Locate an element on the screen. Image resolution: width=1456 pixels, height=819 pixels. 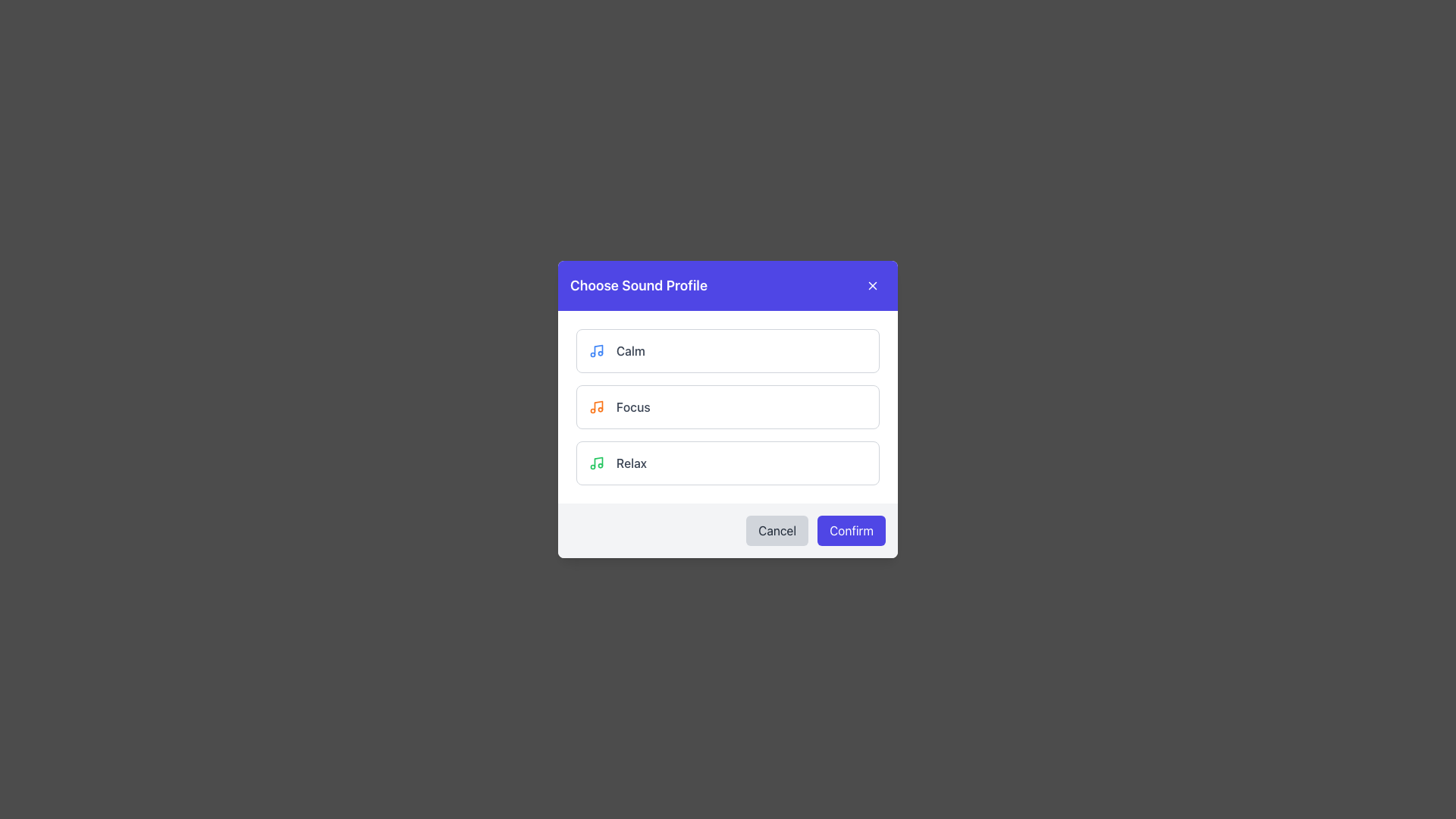
the cancel button located at the bottom-right corner of the dialog is located at coordinates (777, 529).